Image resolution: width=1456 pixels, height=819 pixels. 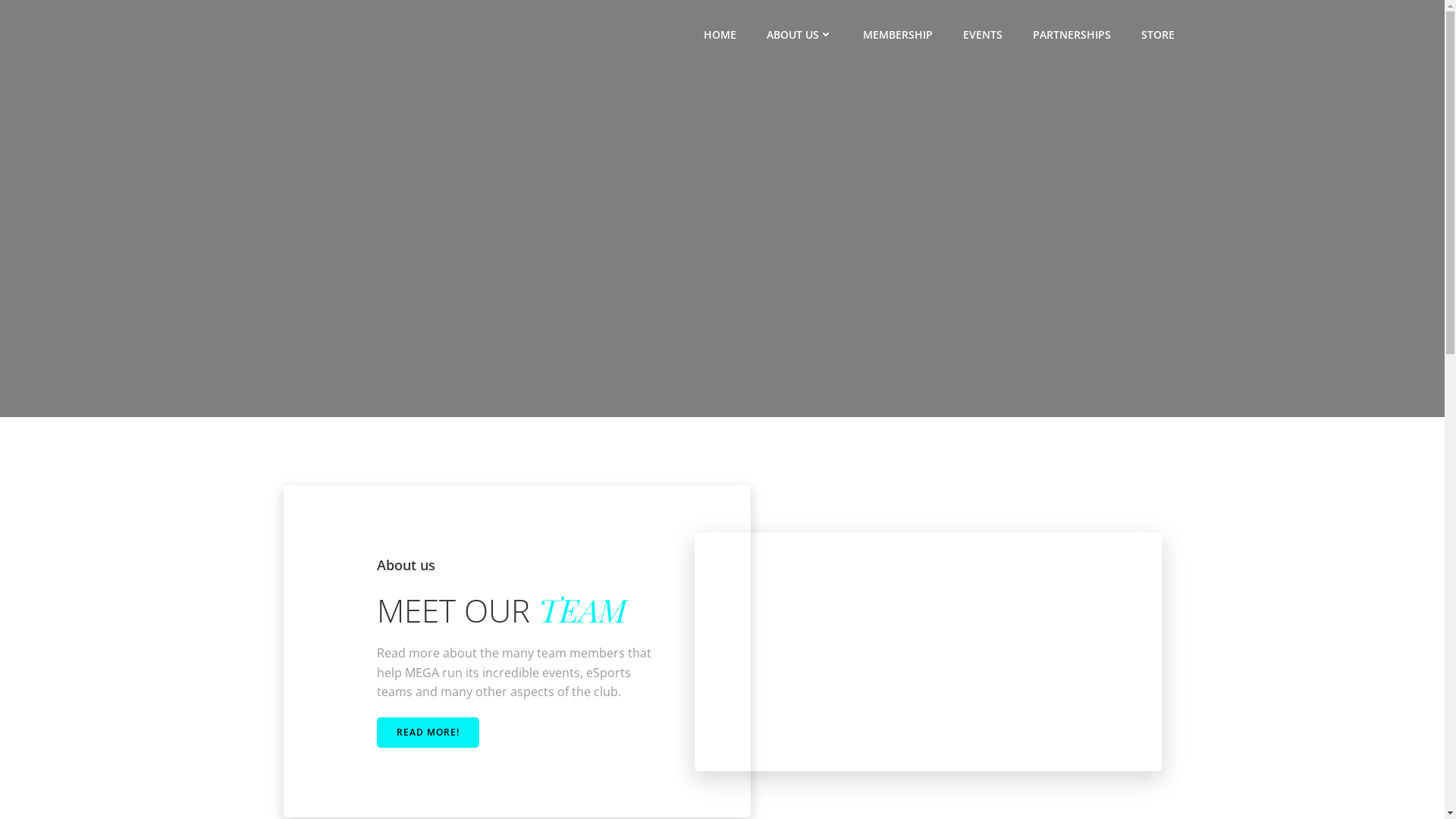 What do you see at coordinates (798, 33) in the screenshot?
I see `'ABOUT US'` at bounding box center [798, 33].